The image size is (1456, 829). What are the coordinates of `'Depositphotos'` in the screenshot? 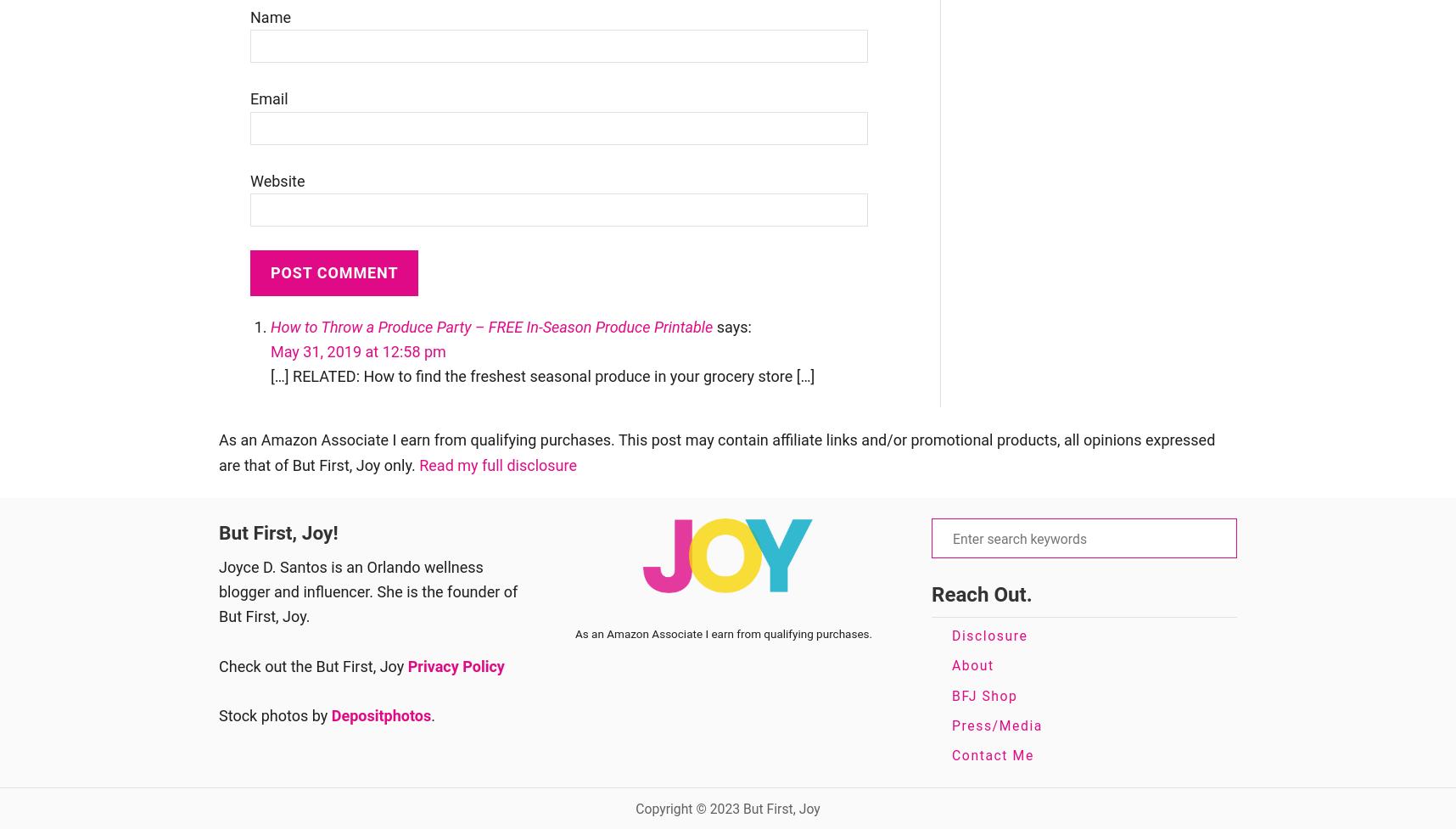 It's located at (380, 714).